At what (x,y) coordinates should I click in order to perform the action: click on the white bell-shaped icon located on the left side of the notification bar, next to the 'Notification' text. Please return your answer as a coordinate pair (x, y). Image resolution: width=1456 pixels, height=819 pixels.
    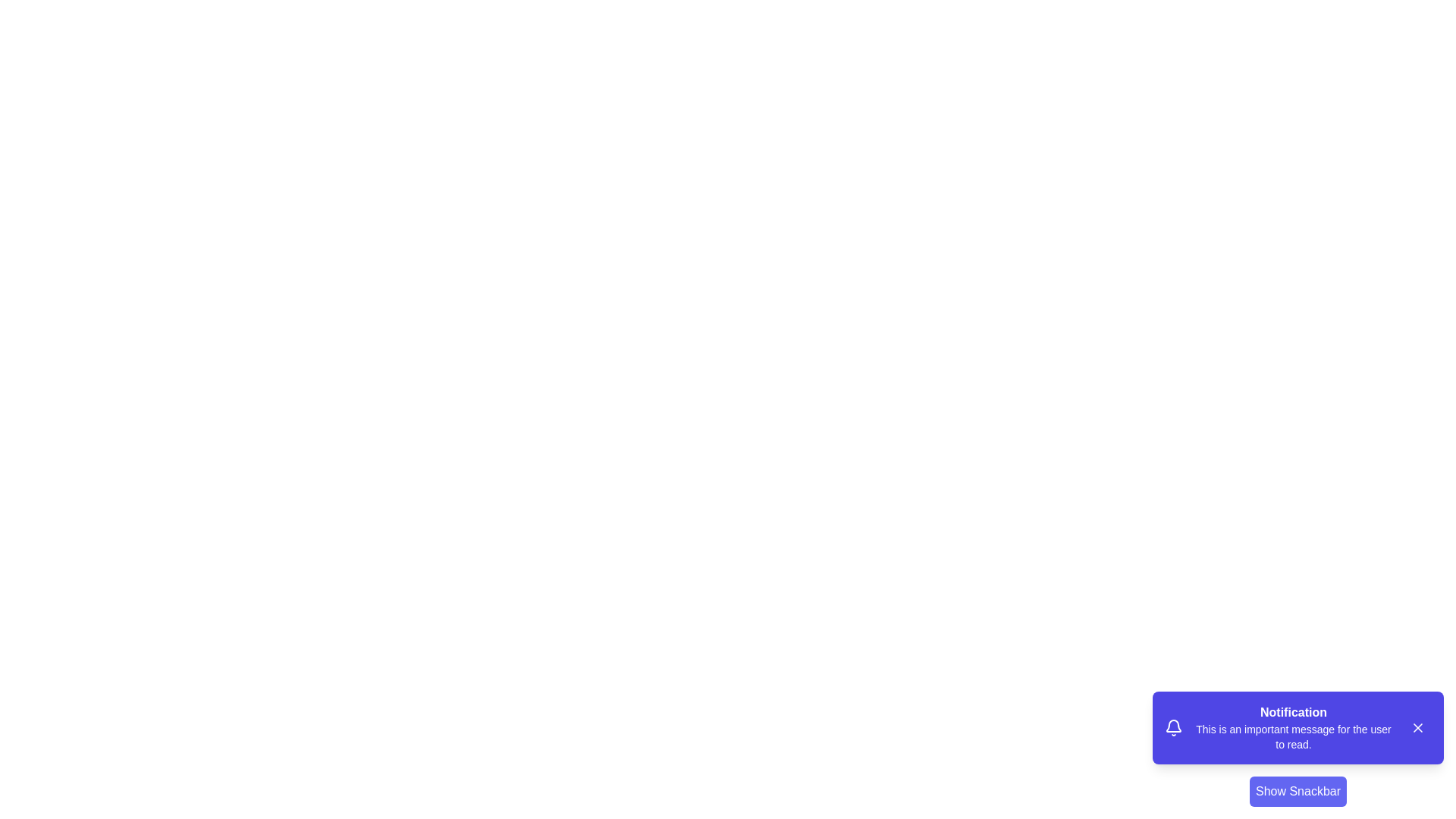
    Looking at the image, I should click on (1173, 727).